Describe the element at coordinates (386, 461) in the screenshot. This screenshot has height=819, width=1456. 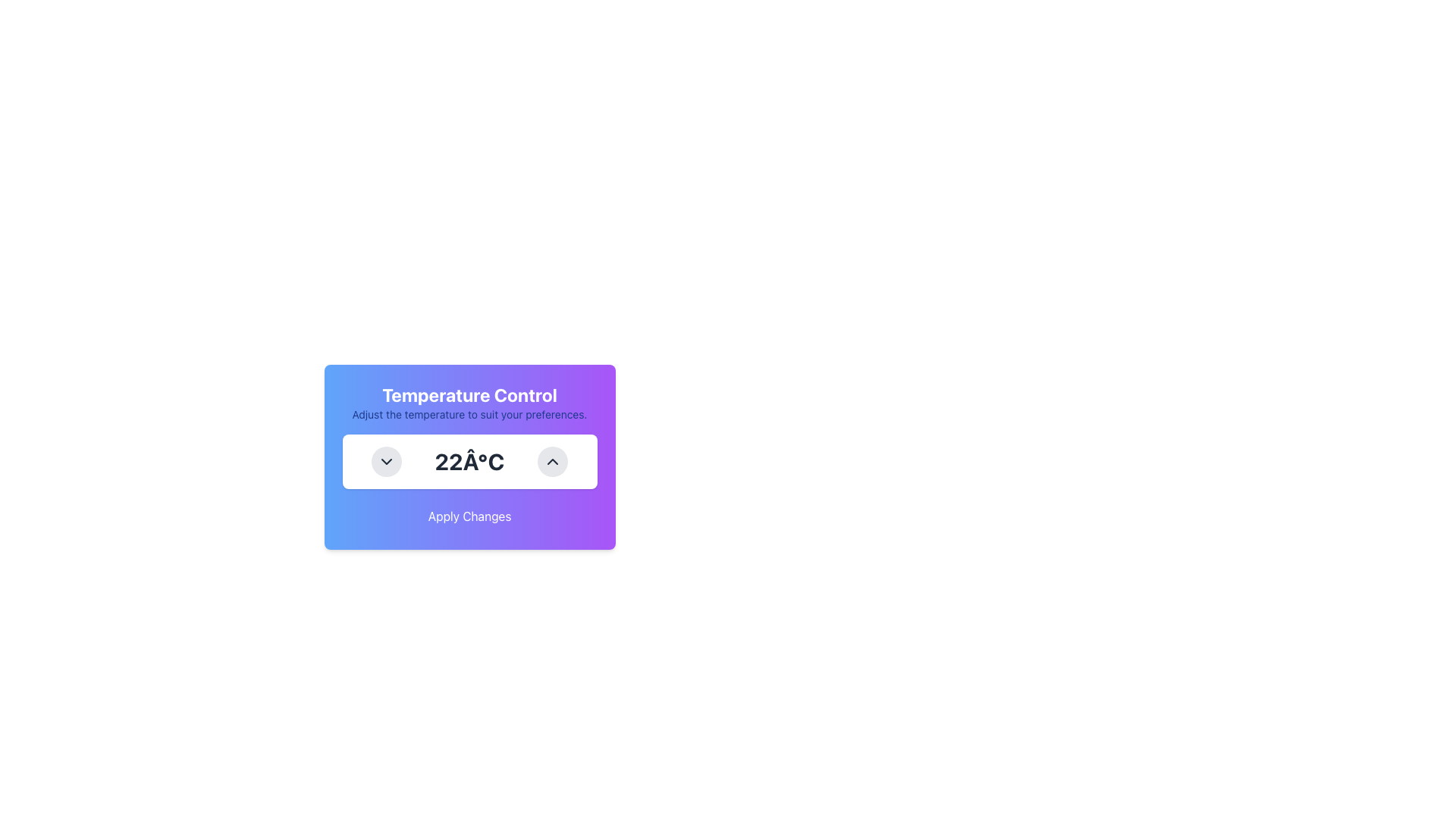
I see `the downward-pointing chevron icon with a rounded border` at that location.